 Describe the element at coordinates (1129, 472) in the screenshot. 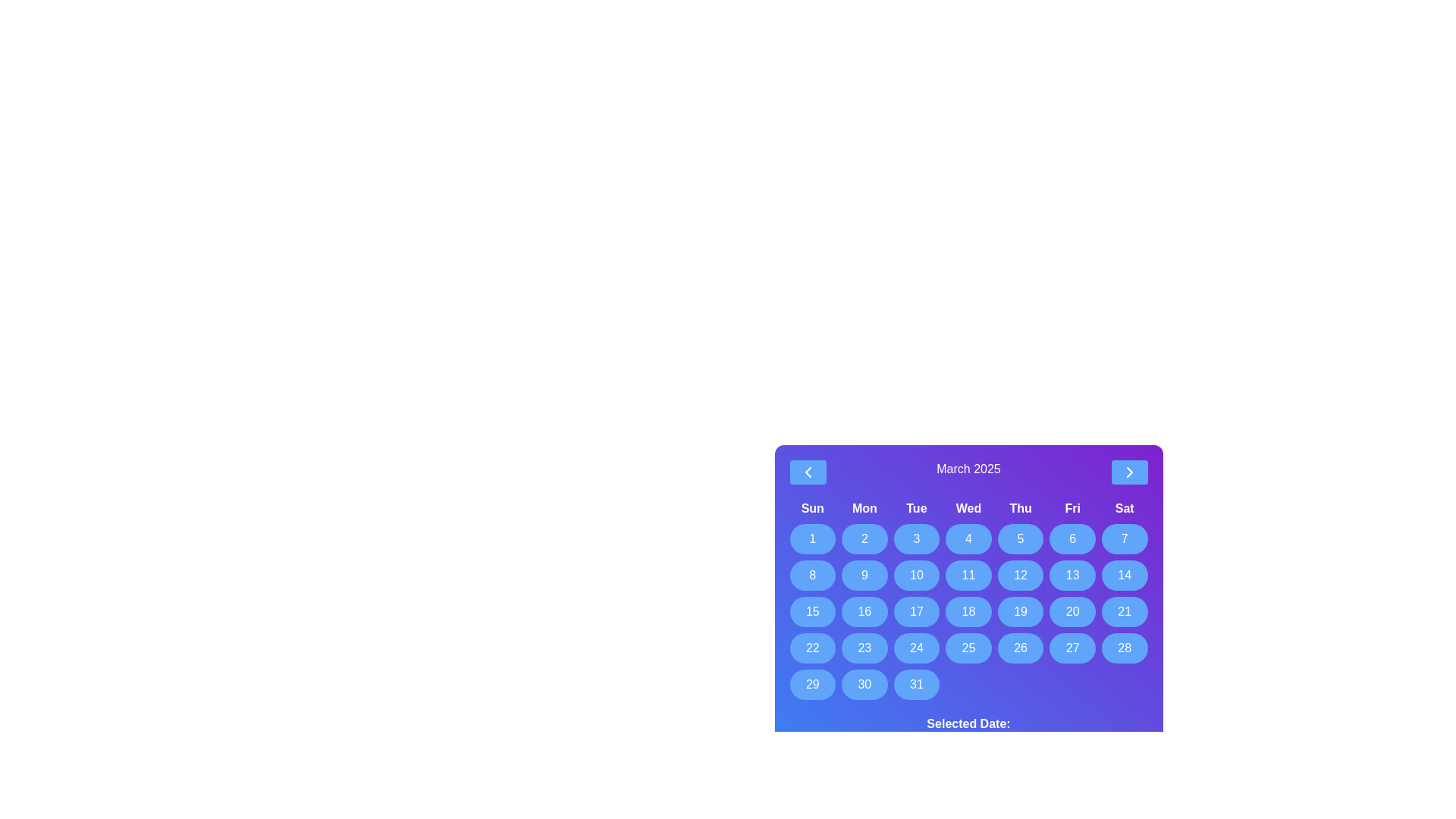

I see `the small arrow icon pointing to the right, located within the navigation button at the upper-right corner of the calendar interface` at that location.